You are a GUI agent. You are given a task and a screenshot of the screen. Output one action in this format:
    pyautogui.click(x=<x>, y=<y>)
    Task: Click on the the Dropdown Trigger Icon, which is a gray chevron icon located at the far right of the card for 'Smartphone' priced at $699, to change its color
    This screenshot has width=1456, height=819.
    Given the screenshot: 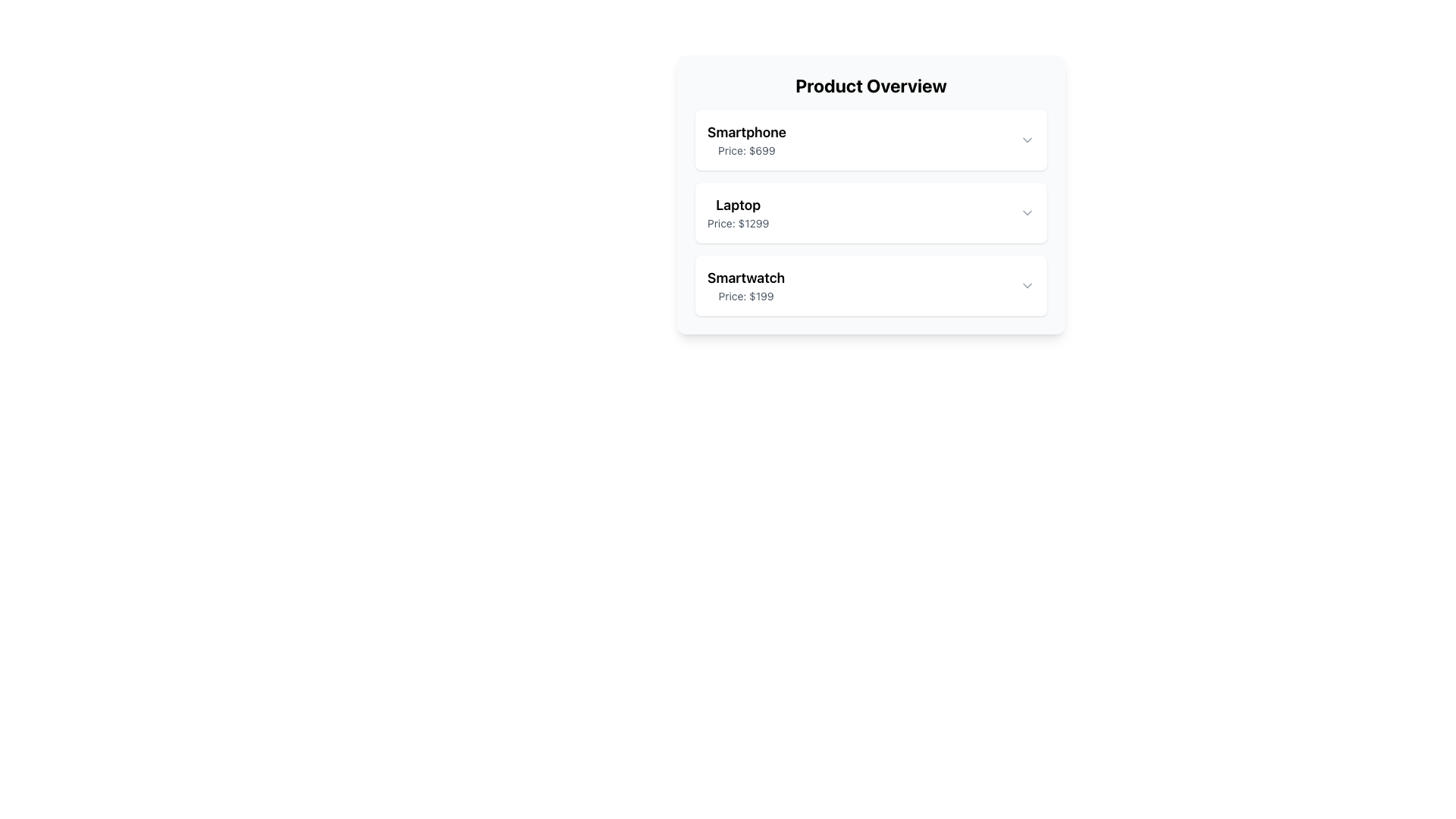 What is the action you would take?
    pyautogui.click(x=1027, y=140)
    